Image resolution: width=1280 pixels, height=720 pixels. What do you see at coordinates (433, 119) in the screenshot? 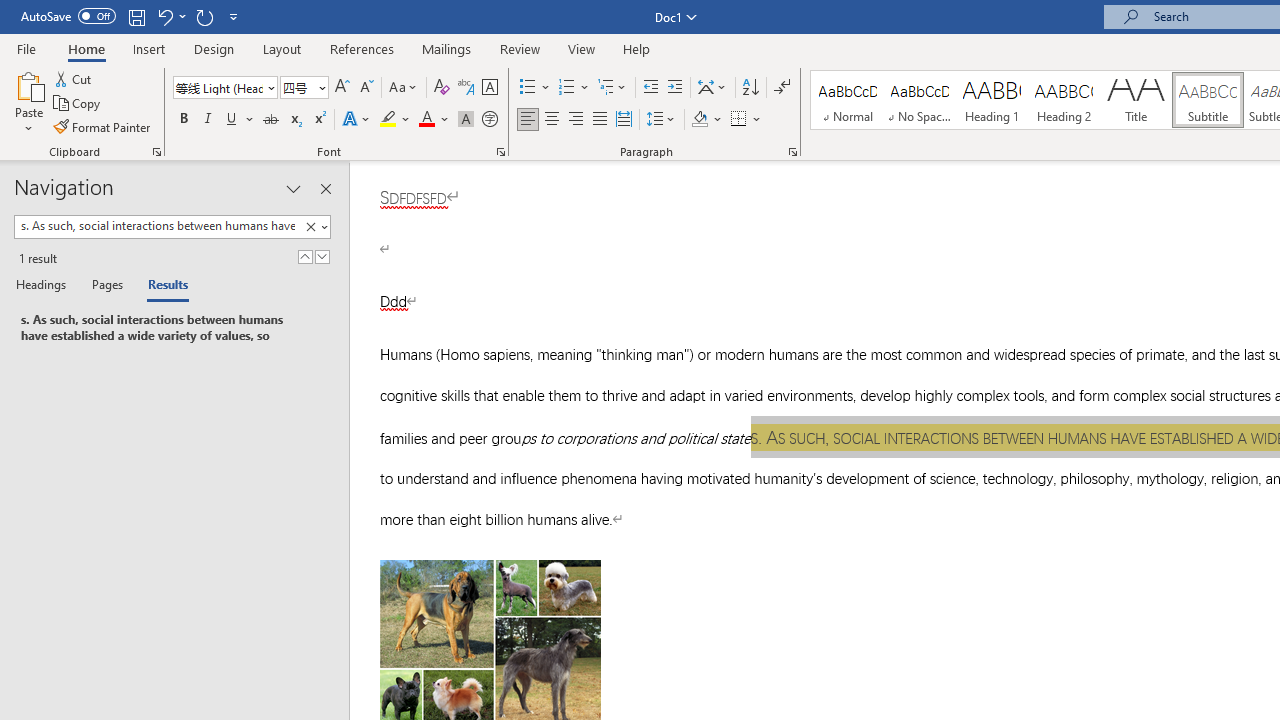
I see `'Font Color'` at bounding box center [433, 119].